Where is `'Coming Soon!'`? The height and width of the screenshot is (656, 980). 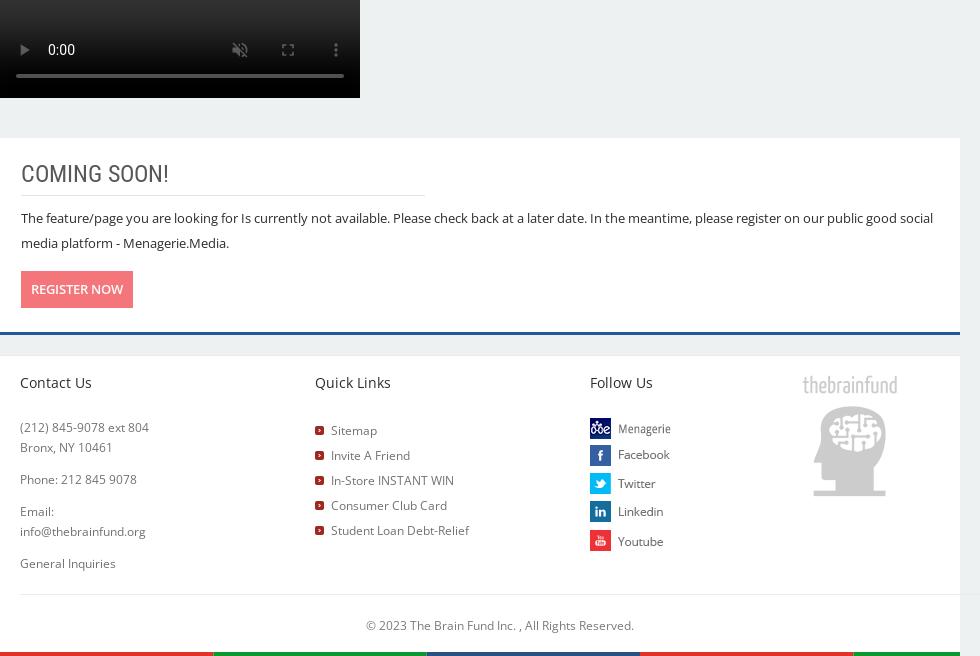
'Coming Soon!' is located at coordinates (94, 172).